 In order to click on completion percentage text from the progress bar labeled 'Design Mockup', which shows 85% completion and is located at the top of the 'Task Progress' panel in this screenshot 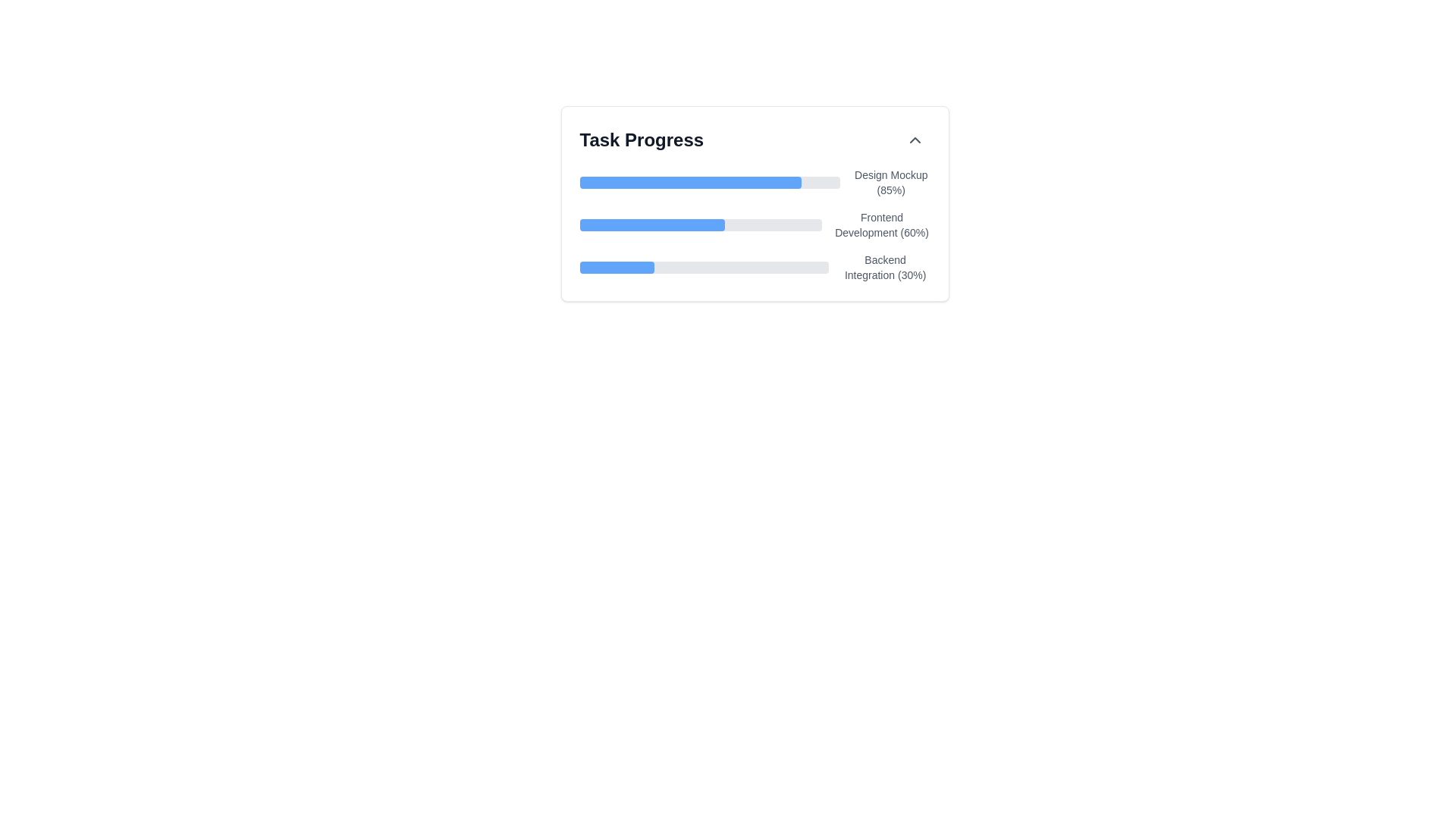, I will do `click(755, 181)`.